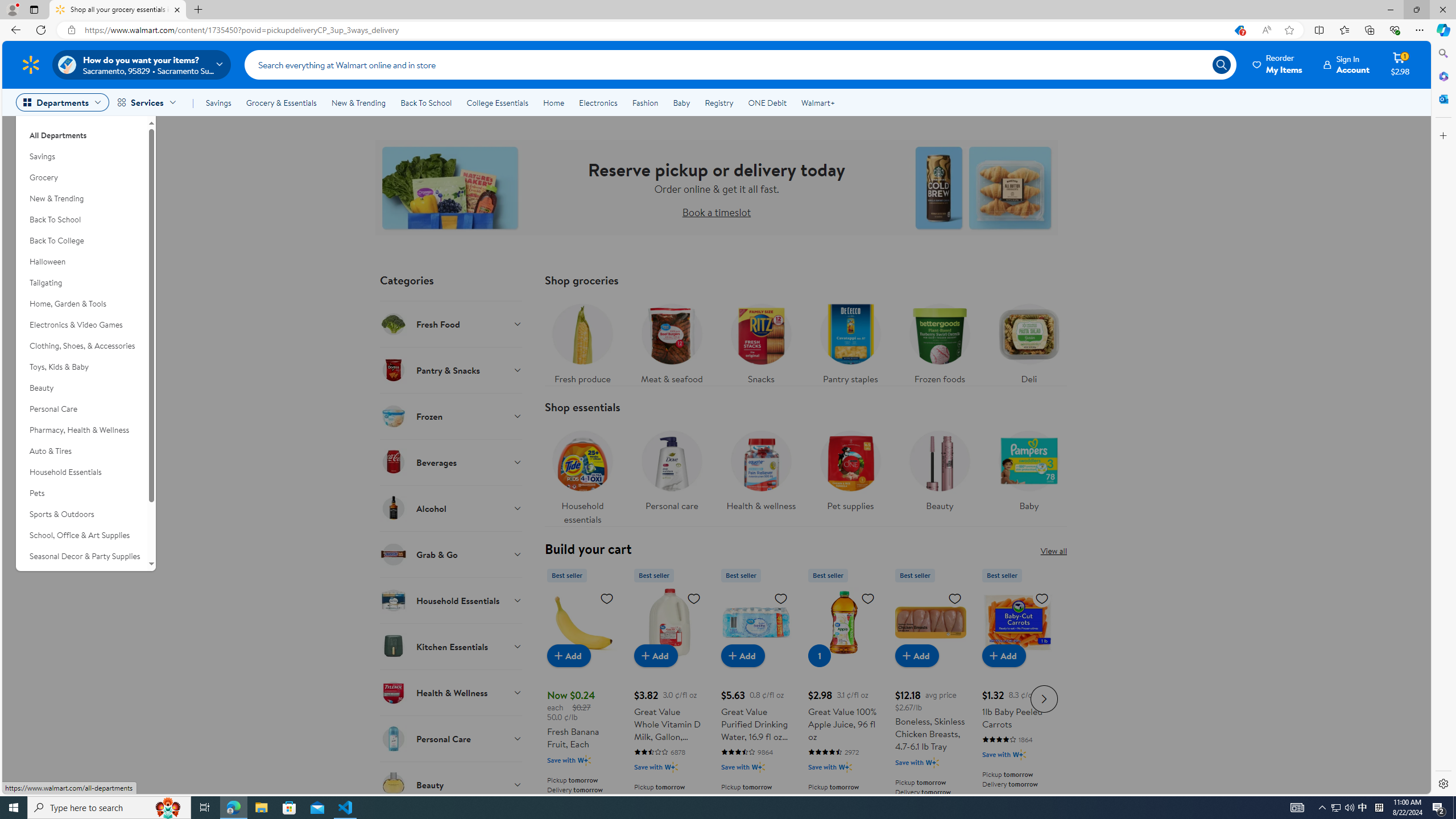  What do you see at coordinates (30, 64) in the screenshot?
I see `'Walmart Homepage'` at bounding box center [30, 64].